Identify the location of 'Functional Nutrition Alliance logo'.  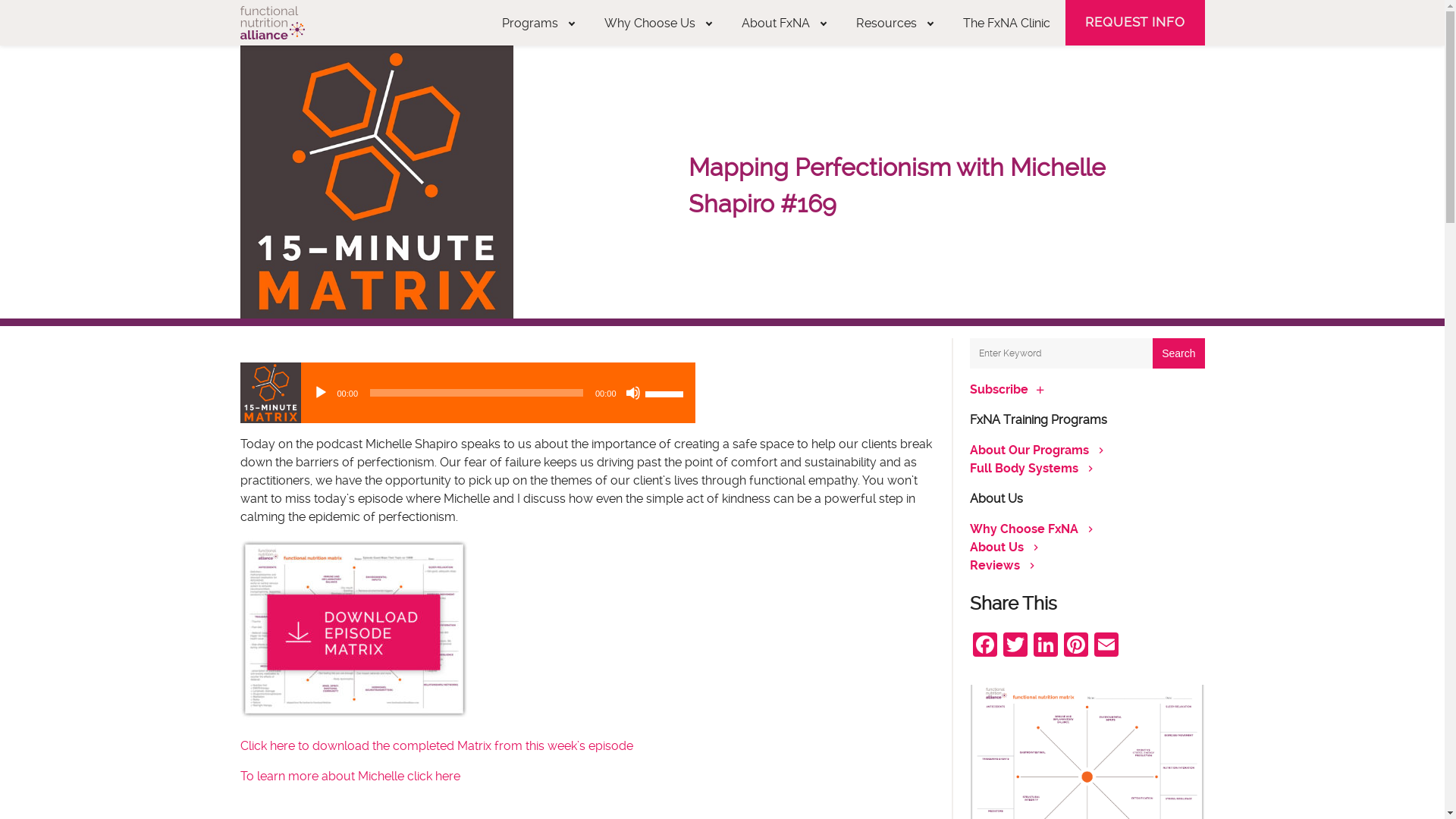
(271, 23).